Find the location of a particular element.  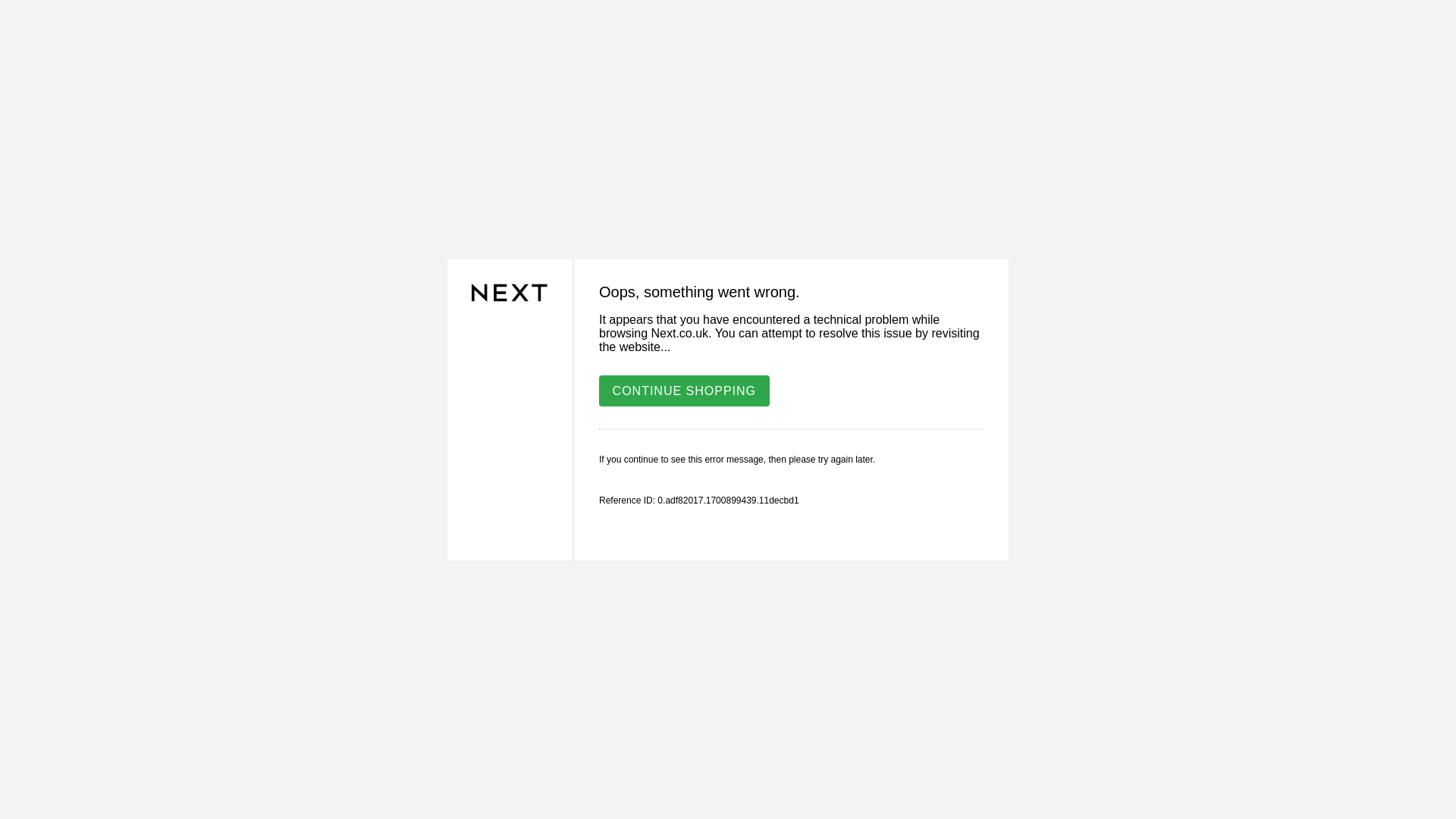

'CONTINUE SHOPPING' is located at coordinates (683, 389).